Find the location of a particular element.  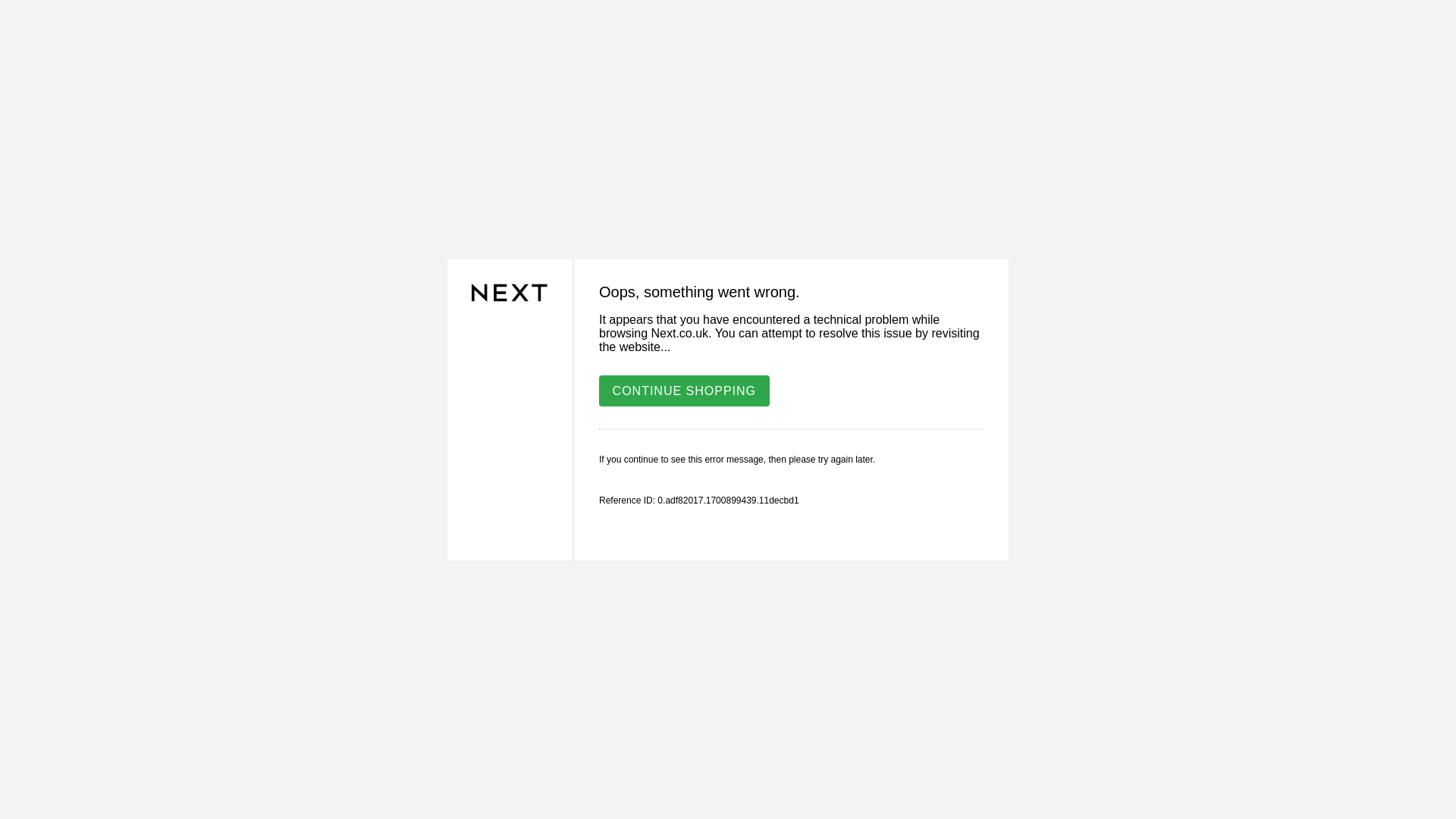

'CONTINUE SHOPPING' is located at coordinates (683, 389).